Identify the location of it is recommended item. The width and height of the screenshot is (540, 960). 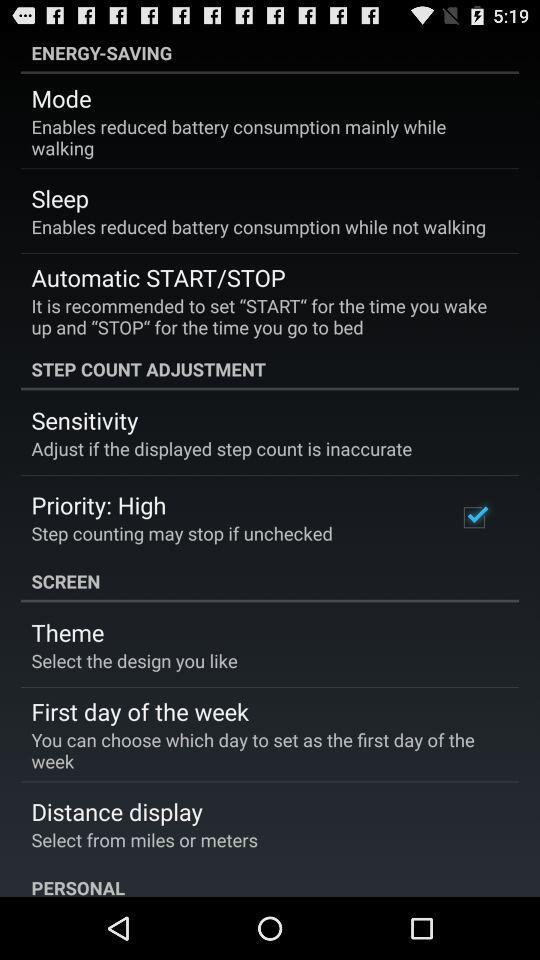
(263, 316).